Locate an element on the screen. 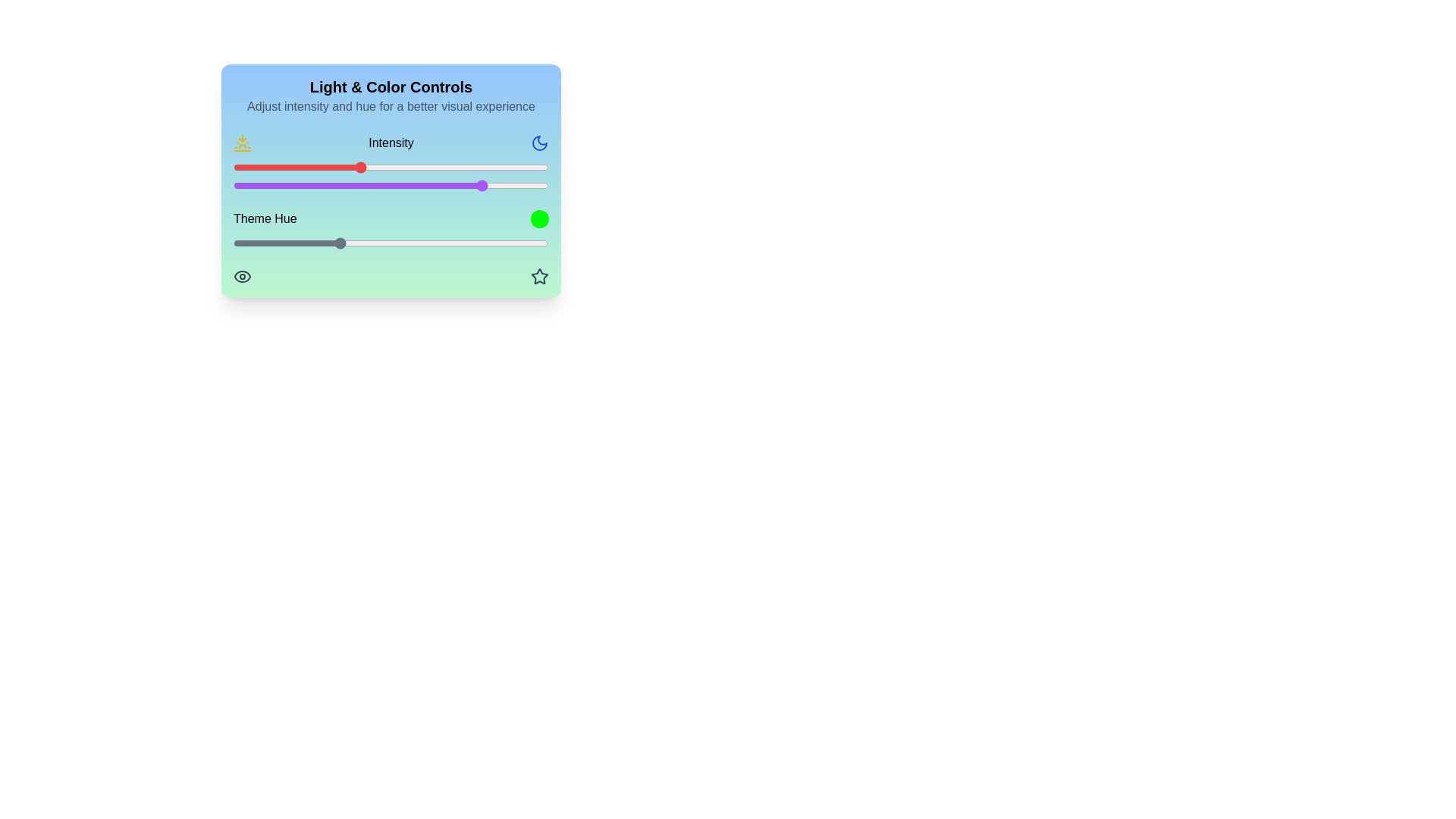 The height and width of the screenshot is (819, 1456). the theme hue is located at coordinates (352, 242).